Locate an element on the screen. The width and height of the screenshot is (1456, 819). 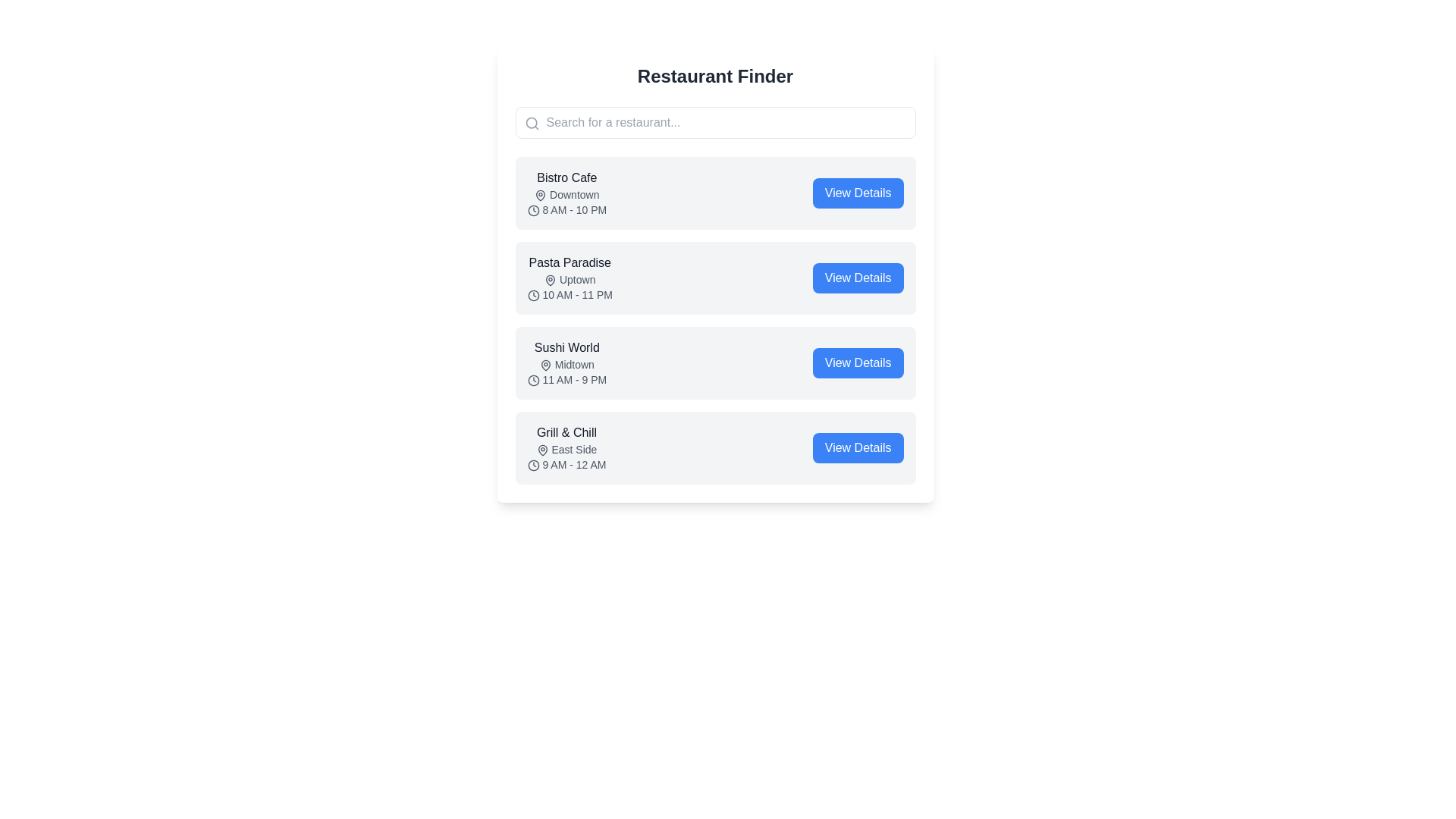
the circular element that is part of the magnifying glass icon in the search bar, which is aligned with the placeholder text 'Search for a restaurant...' is located at coordinates (531, 122).